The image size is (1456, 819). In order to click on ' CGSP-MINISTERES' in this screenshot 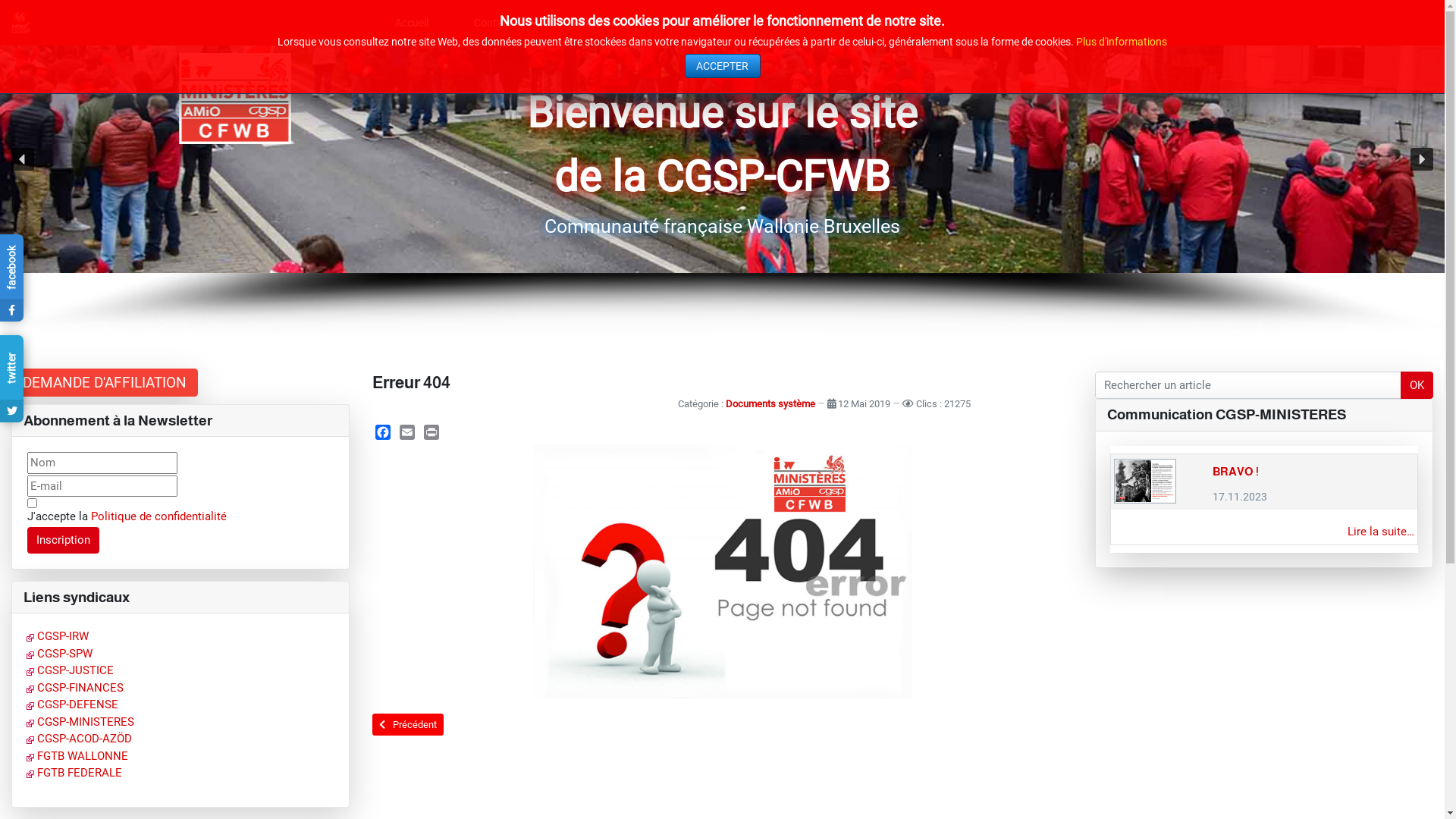, I will do `click(26, 721)`.